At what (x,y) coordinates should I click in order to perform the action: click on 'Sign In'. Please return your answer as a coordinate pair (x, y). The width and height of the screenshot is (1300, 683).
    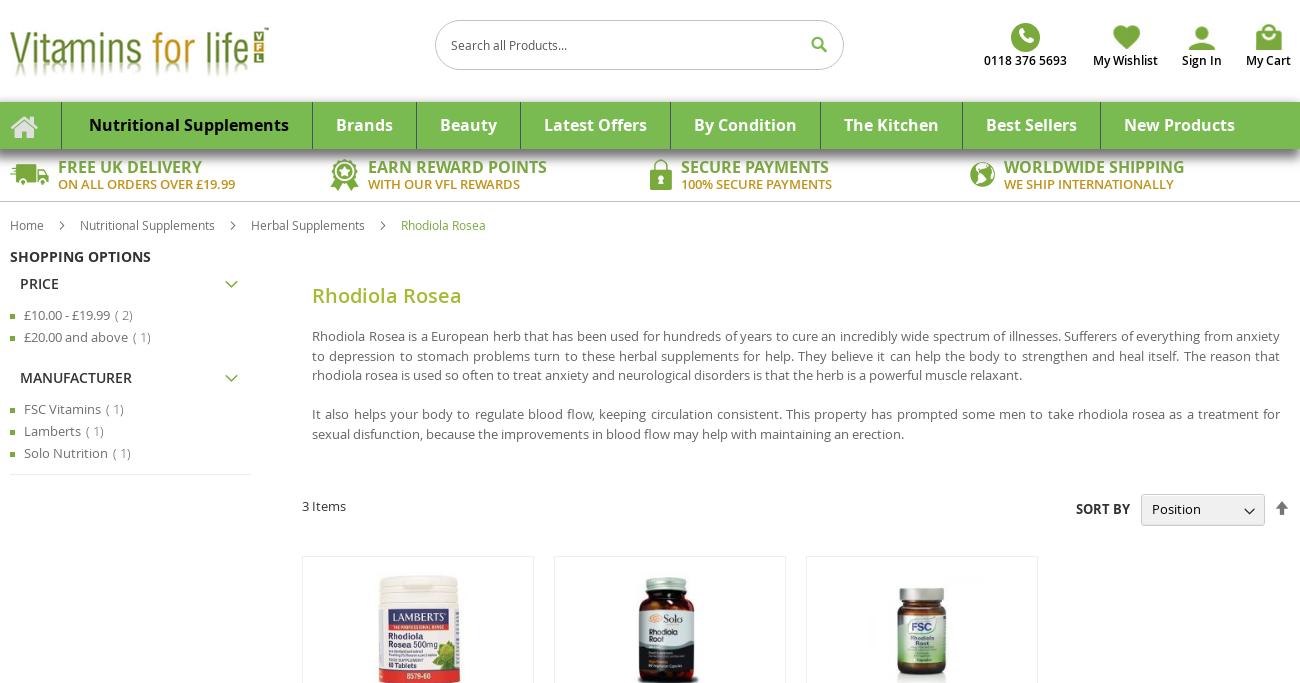
    Looking at the image, I should click on (1200, 60).